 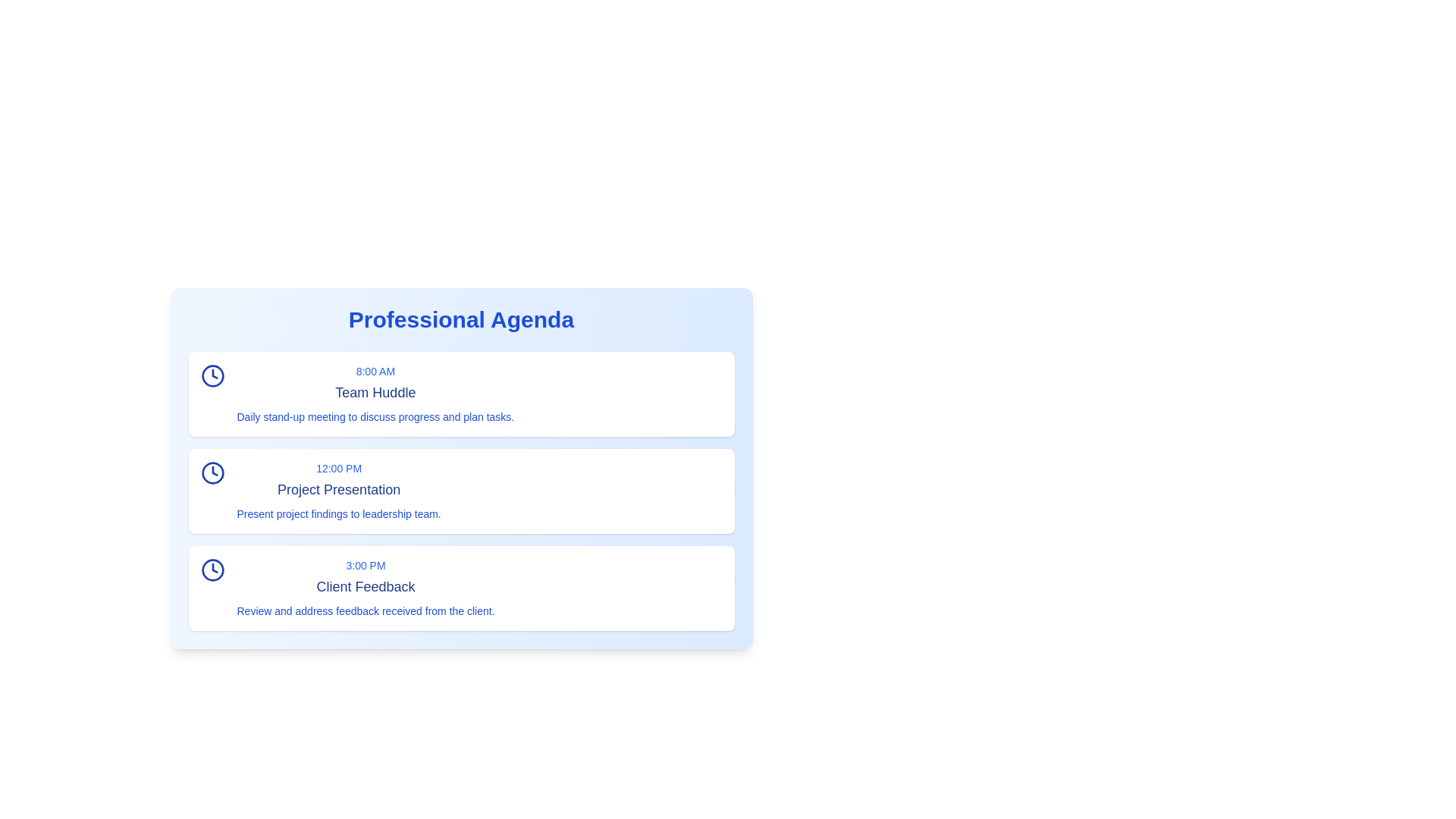 I want to click on the time-related icon that signifies '8:00 AM', located directly to the left of the text '8:00 AM' in the first card of the agenda, so click(x=212, y=375).